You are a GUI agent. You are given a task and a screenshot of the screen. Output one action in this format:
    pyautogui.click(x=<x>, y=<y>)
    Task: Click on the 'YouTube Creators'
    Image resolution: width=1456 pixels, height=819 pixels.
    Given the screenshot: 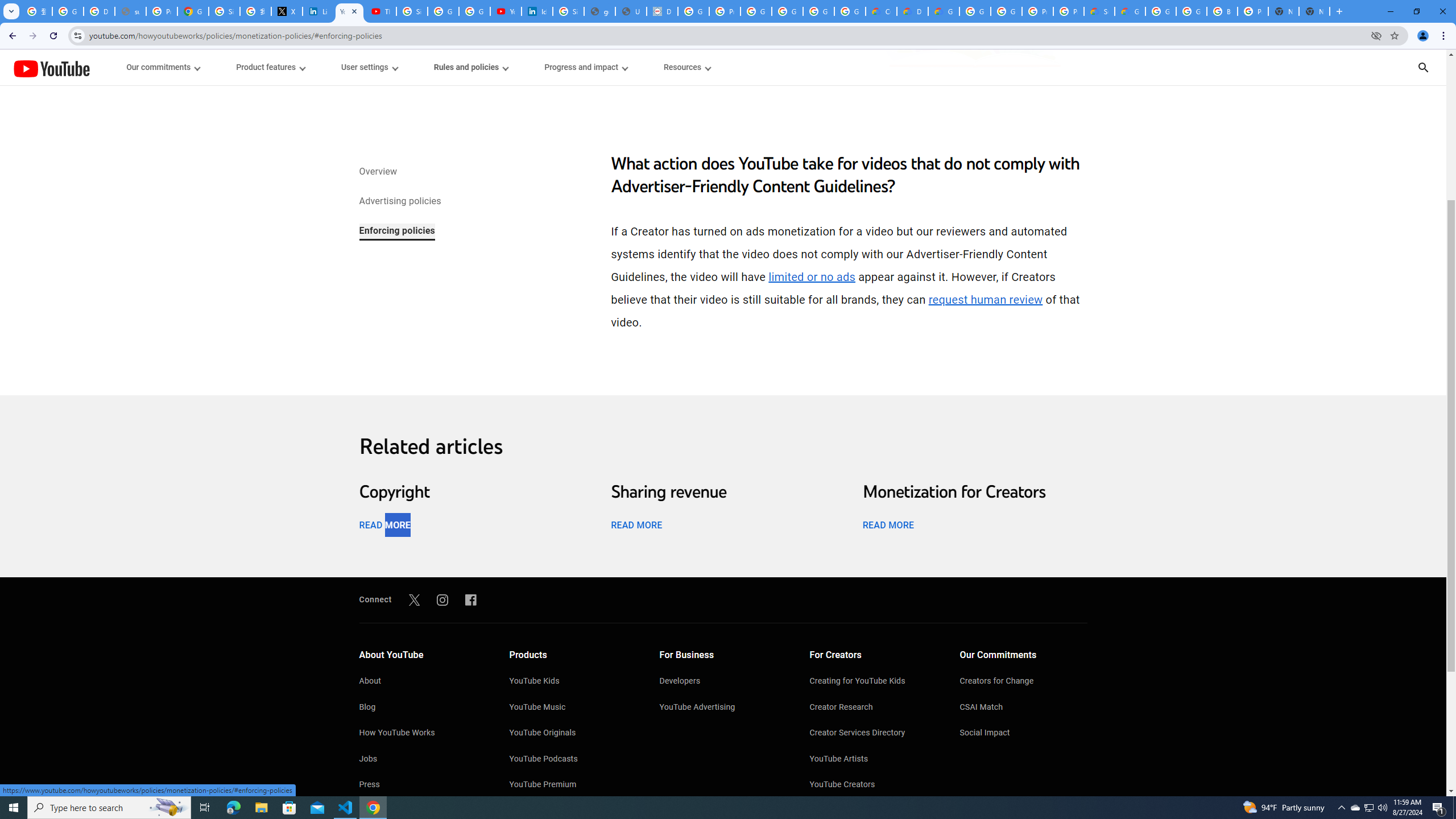 What is the action you would take?
    pyautogui.click(x=874, y=785)
    